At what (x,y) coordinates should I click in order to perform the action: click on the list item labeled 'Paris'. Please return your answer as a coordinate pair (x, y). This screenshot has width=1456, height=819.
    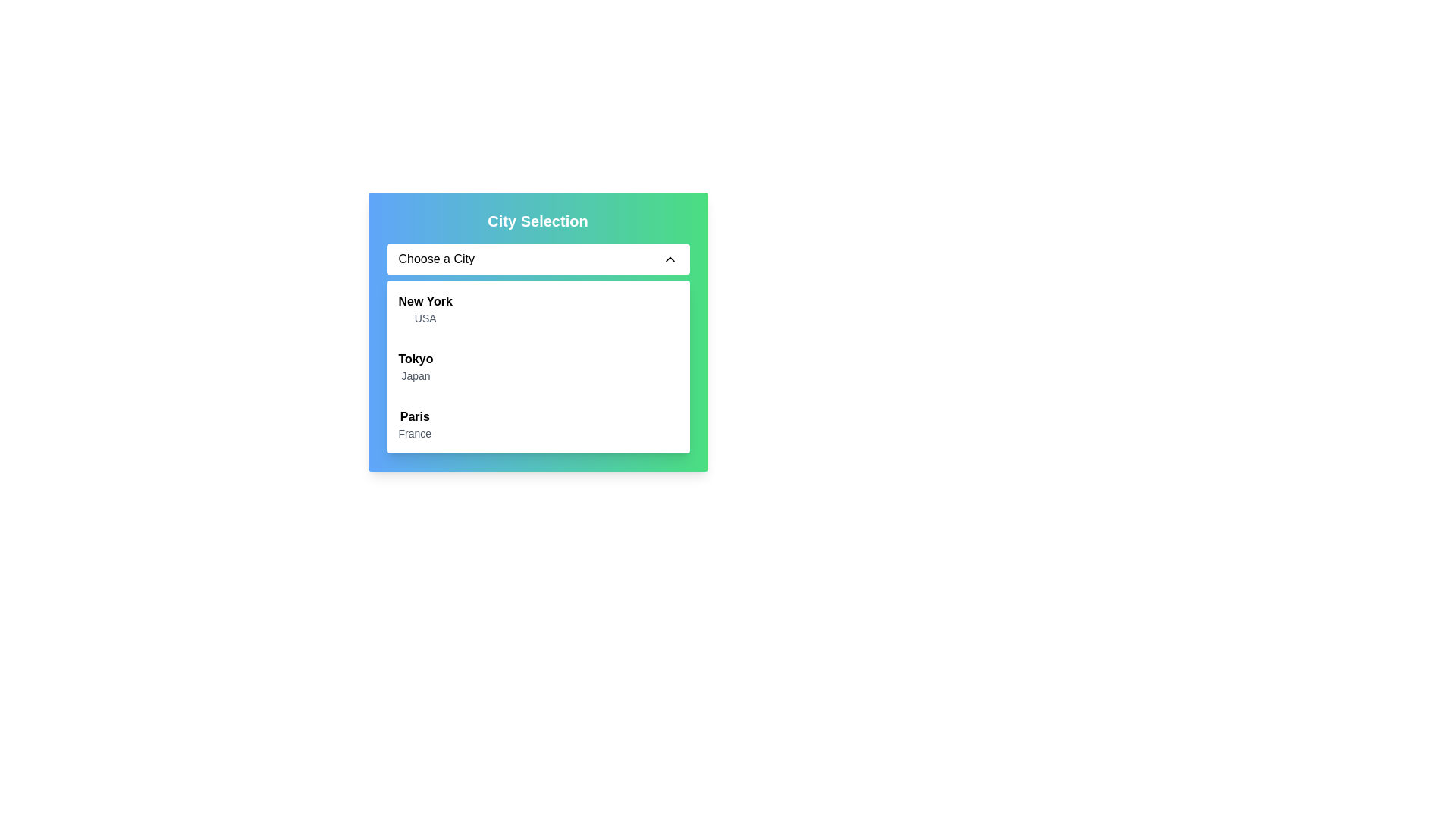
    Looking at the image, I should click on (538, 424).